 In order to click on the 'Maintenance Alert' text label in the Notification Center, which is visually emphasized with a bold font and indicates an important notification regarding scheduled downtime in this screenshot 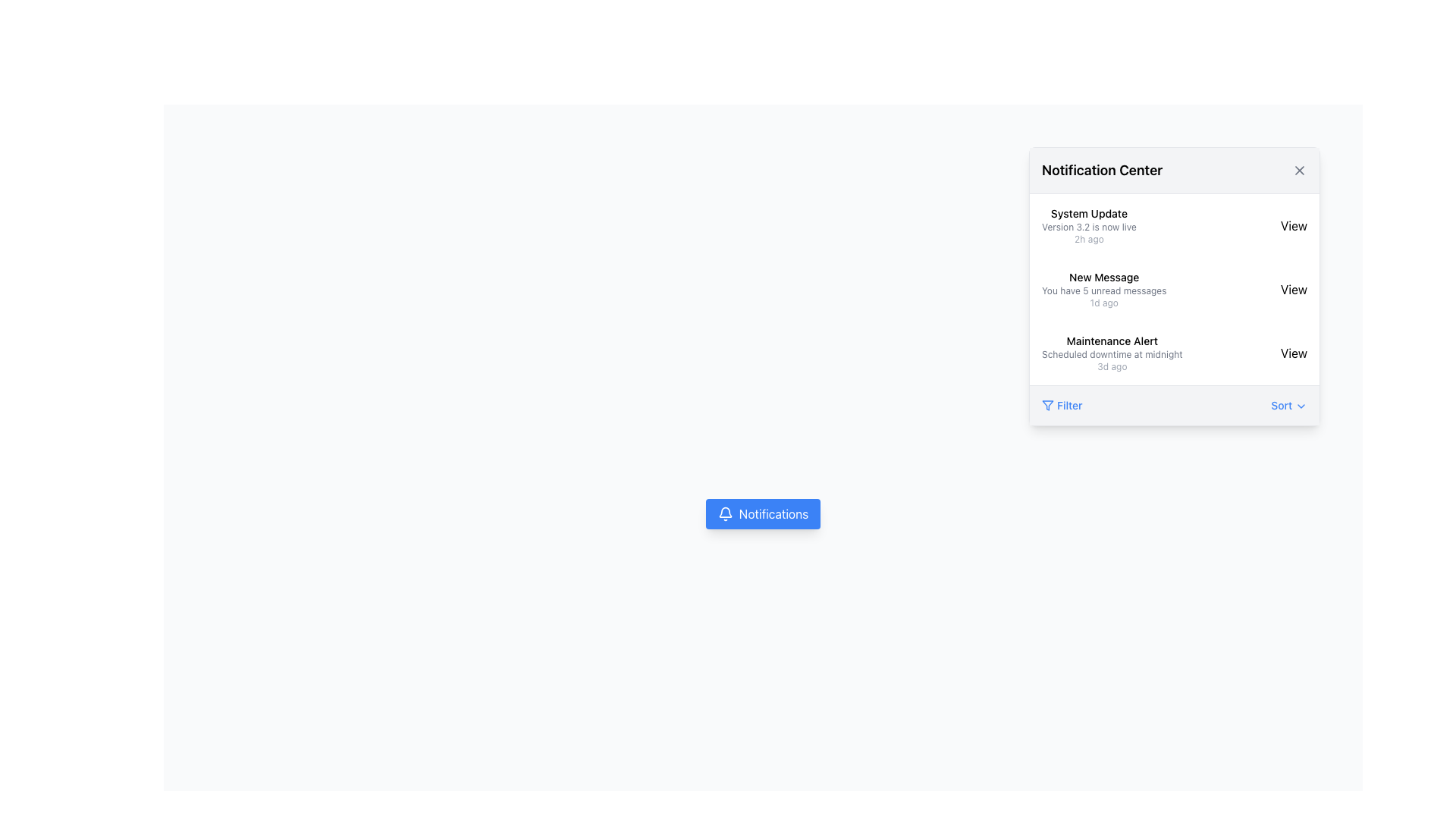, I will do `click(1112, 341)`.